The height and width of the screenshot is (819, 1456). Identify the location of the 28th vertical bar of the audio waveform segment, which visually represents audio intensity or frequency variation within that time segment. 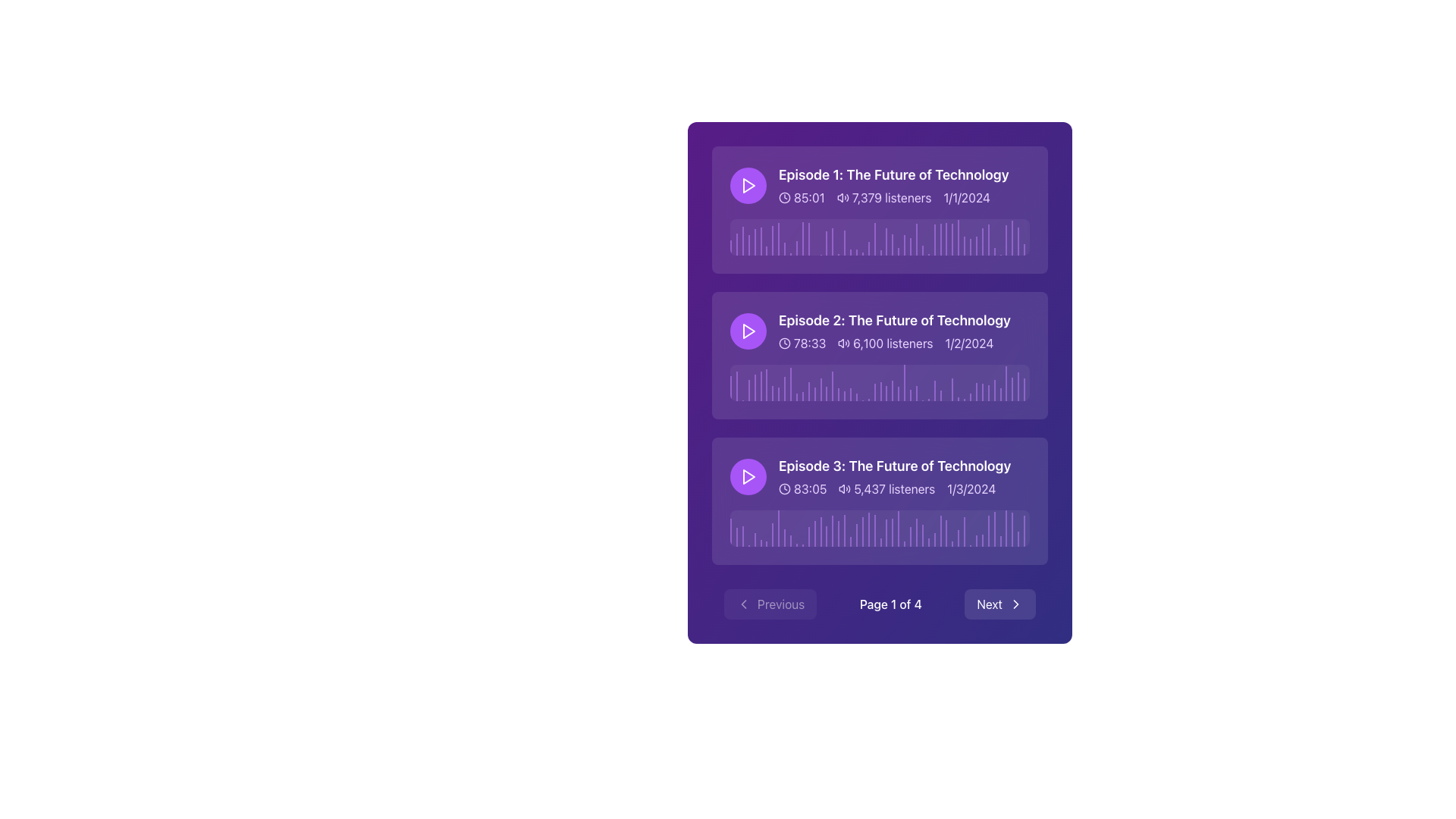
(893, 390).